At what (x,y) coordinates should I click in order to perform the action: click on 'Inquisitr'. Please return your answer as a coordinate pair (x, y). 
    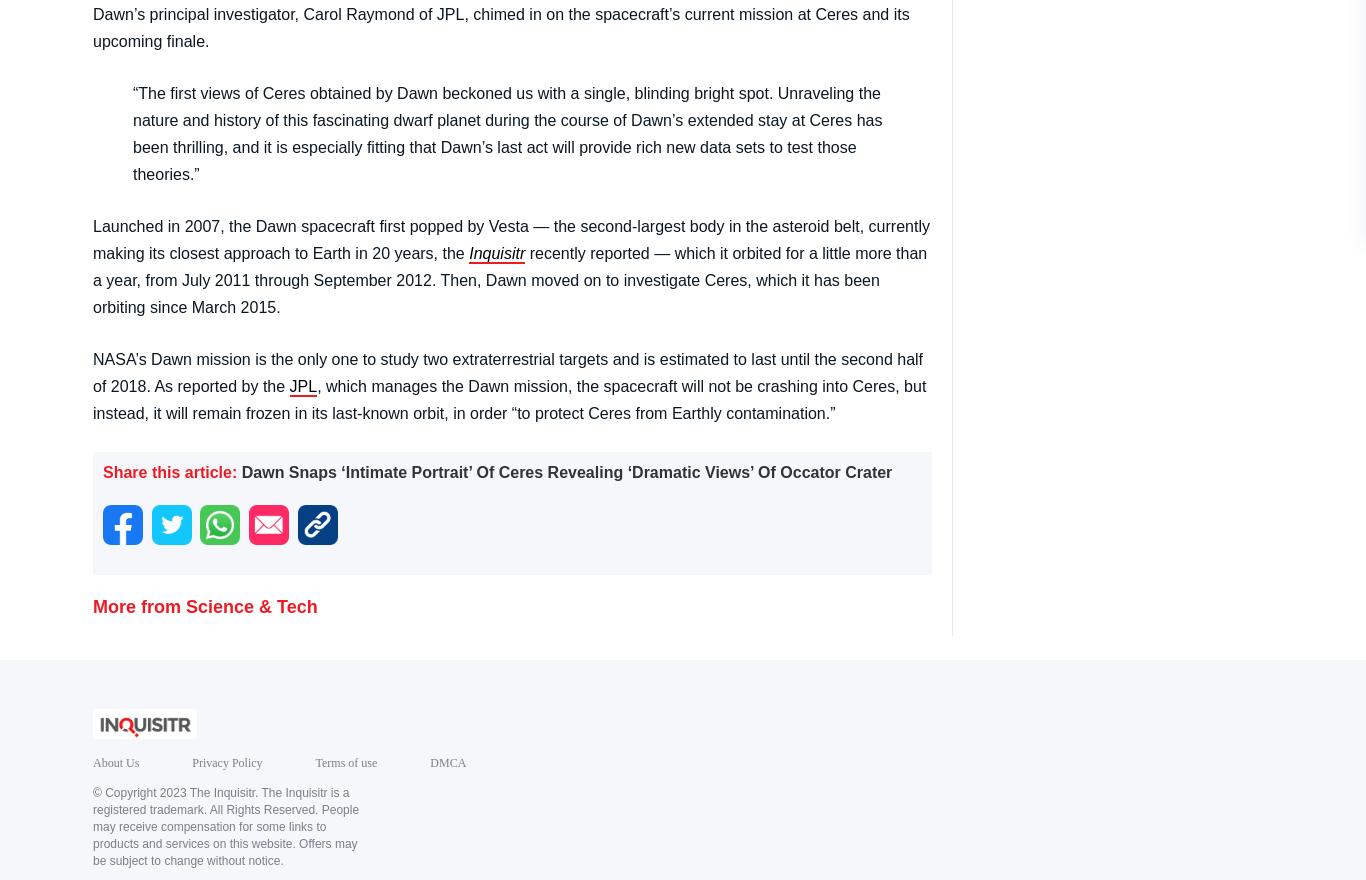
    Looking at the image, I should click on (496, 251).